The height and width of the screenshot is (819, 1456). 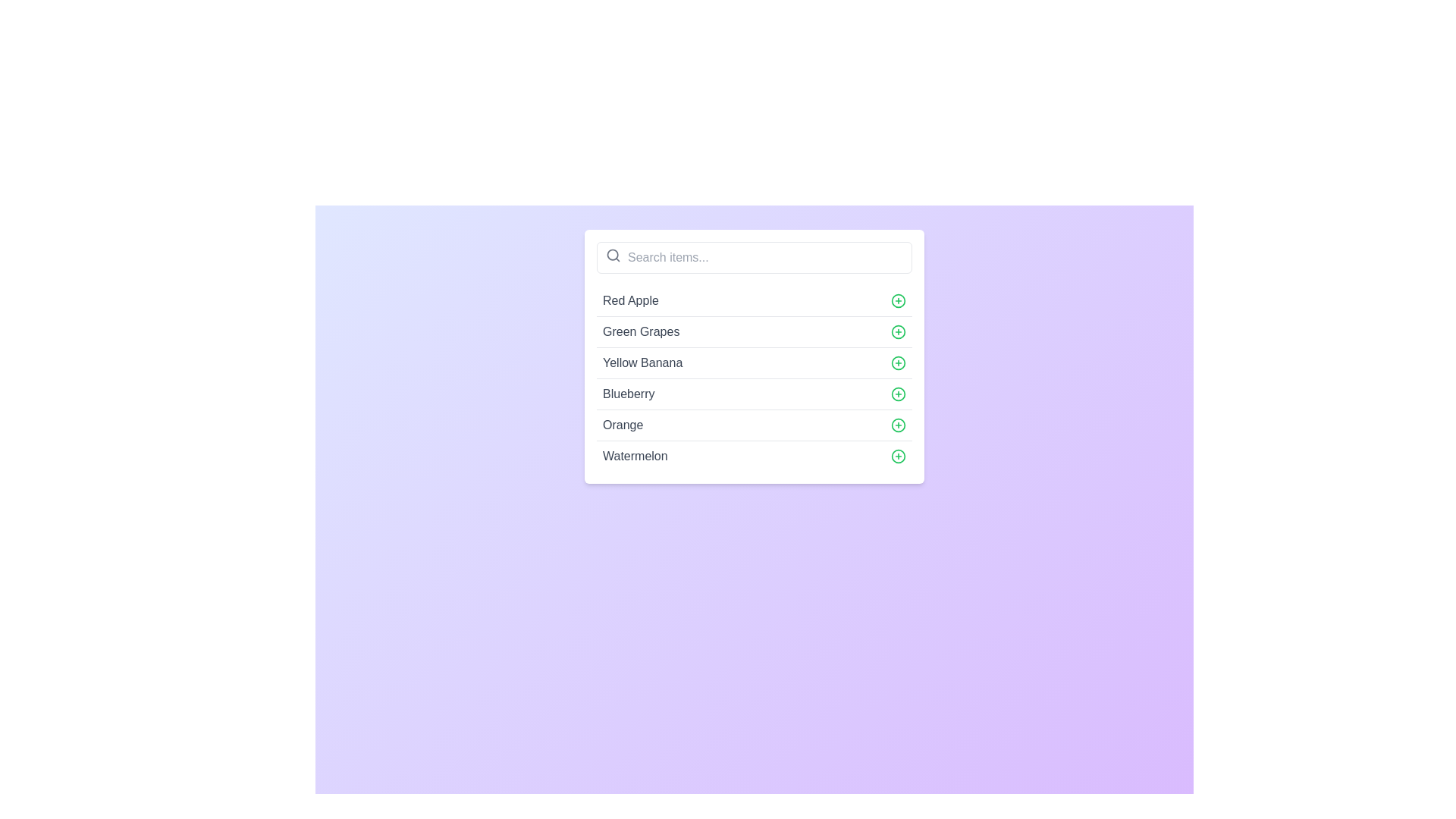 I want to click on the action button, so click(x=899, y=331).